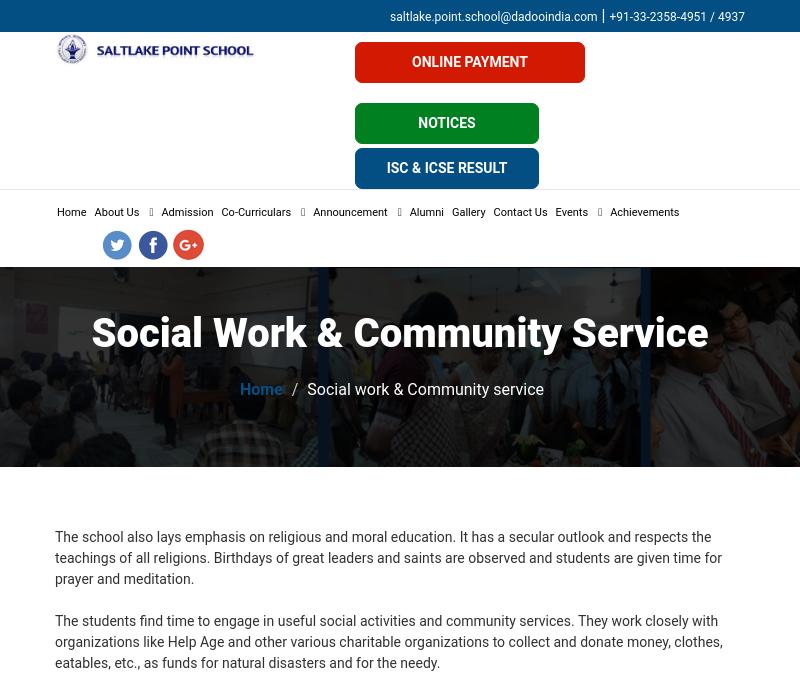  Describe the element at coordinates (255, 212) in the screenshot. I see `'Co-Curriculars'` at that location.